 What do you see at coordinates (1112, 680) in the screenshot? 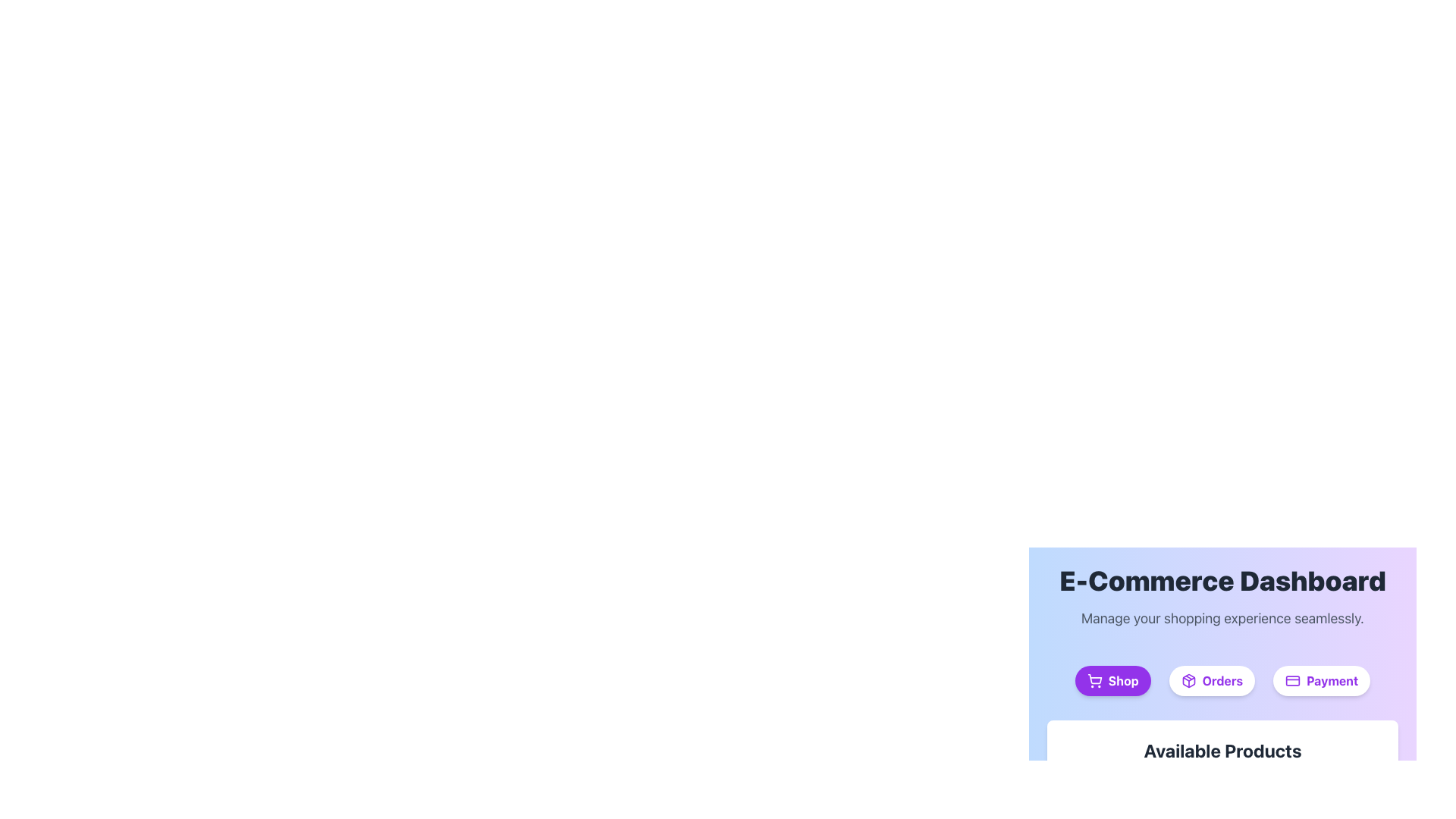
I see `the button with a bold purple background and a shopping cart icon labeled 'Shop'` at bounding box center [1112, 680].